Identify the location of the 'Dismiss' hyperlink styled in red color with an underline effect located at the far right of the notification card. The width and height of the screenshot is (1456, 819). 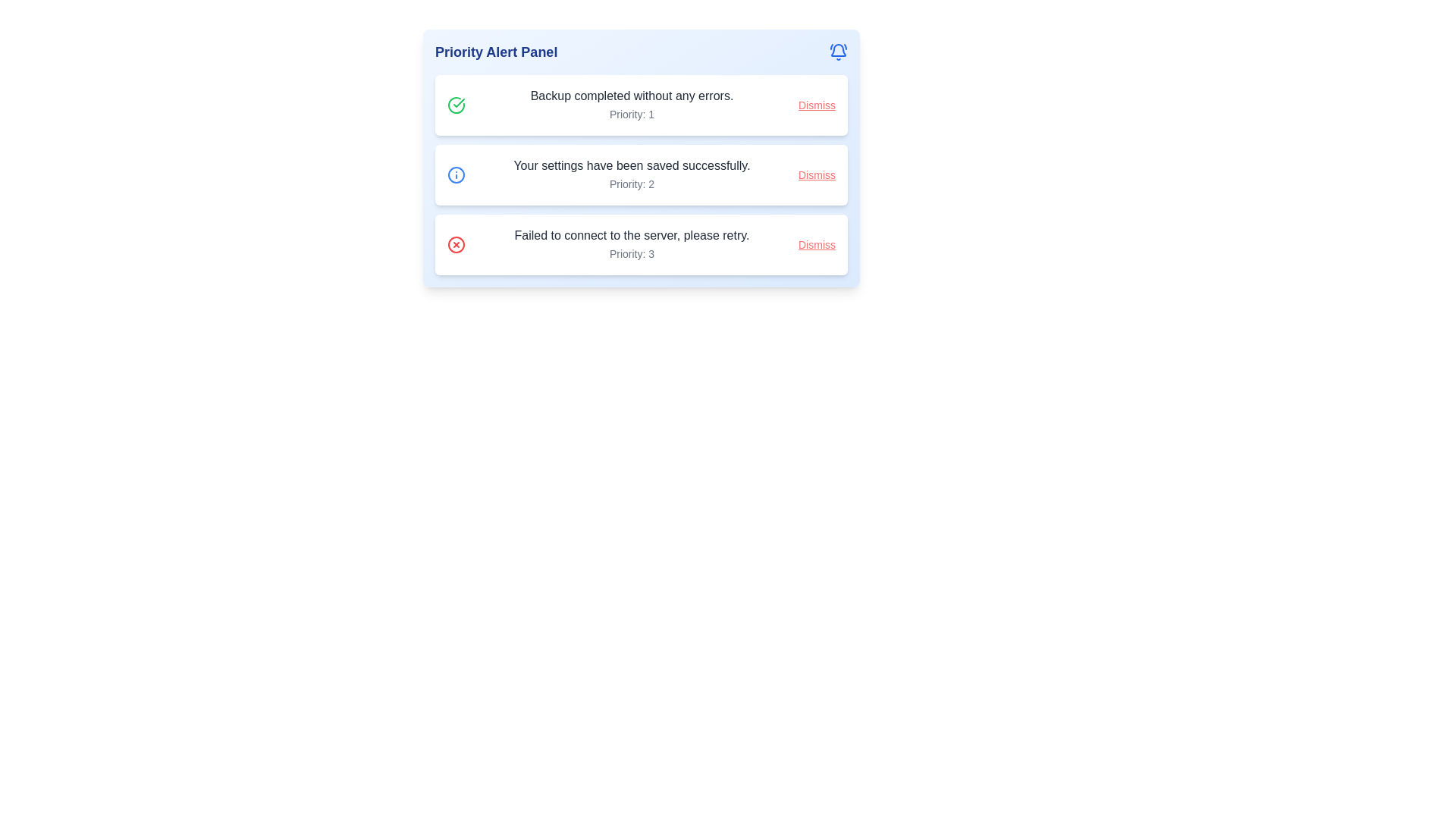
(816, 244).